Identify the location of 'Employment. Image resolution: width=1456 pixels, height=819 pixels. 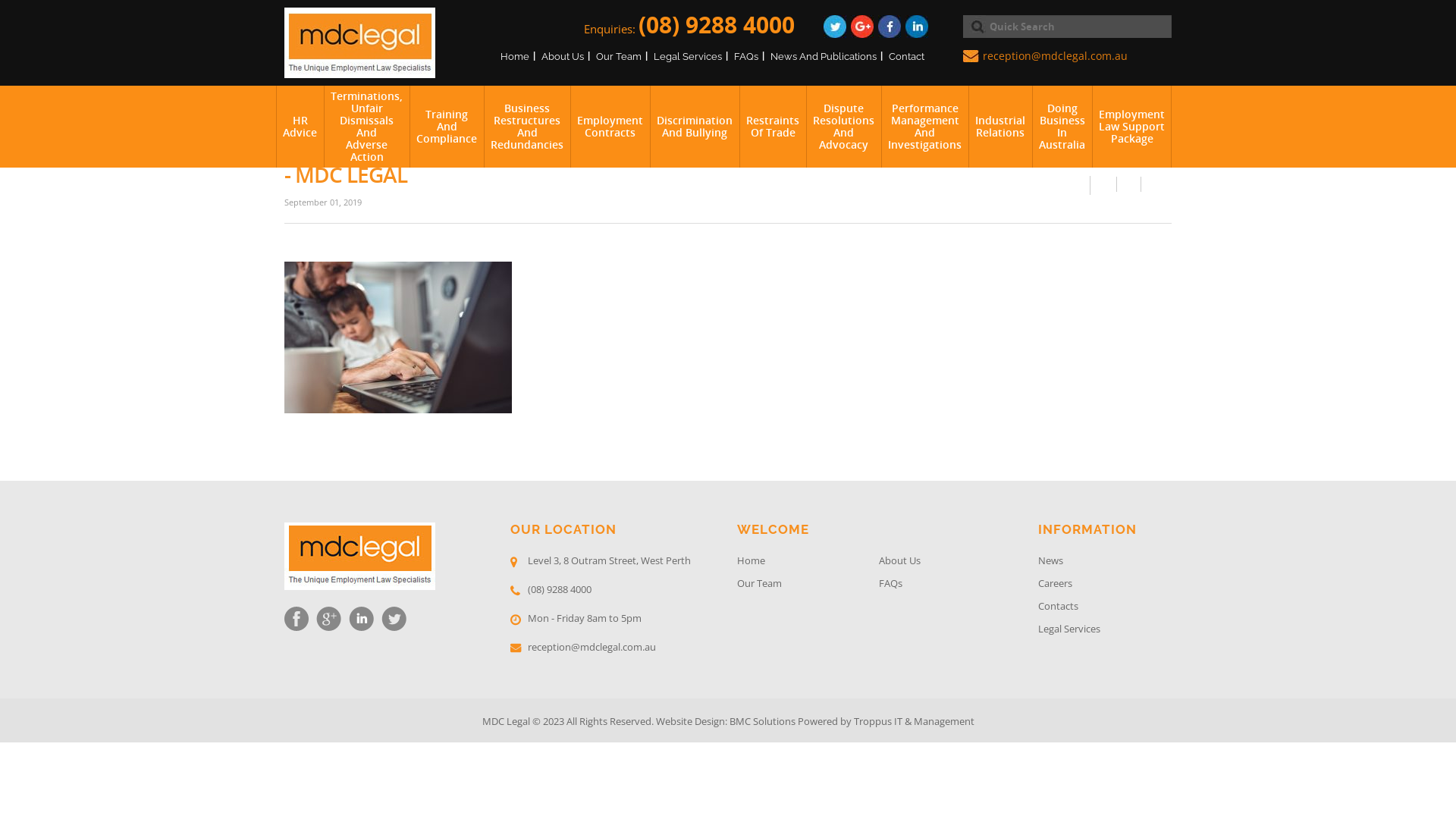
(1092, 125).